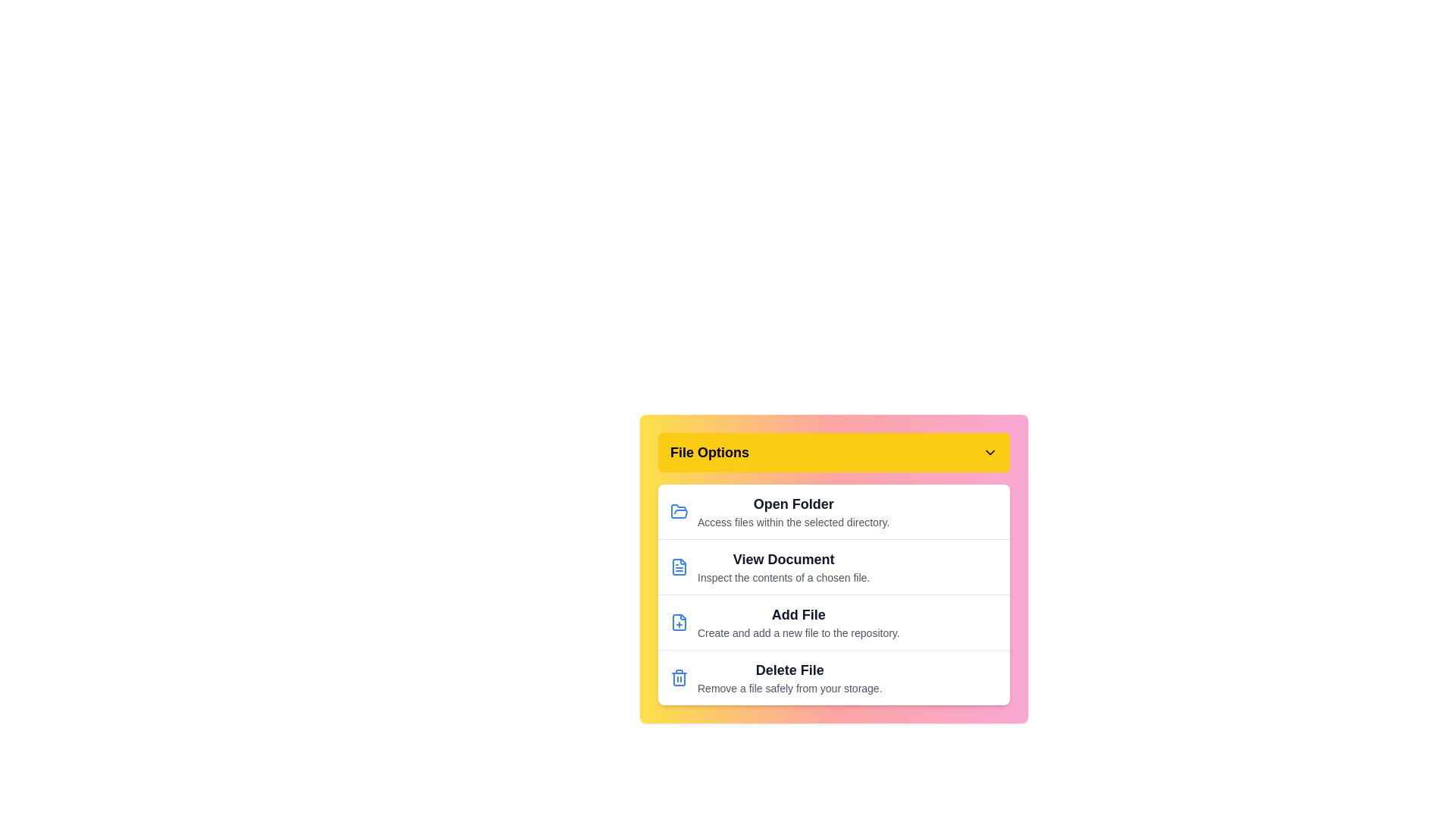  Describe the element at coordinates (798, 614) in the screenshot. I see `the text label that describes the action to add a new file to the repository, located between 'View Document' and 'Delete File' menu options` at that location.